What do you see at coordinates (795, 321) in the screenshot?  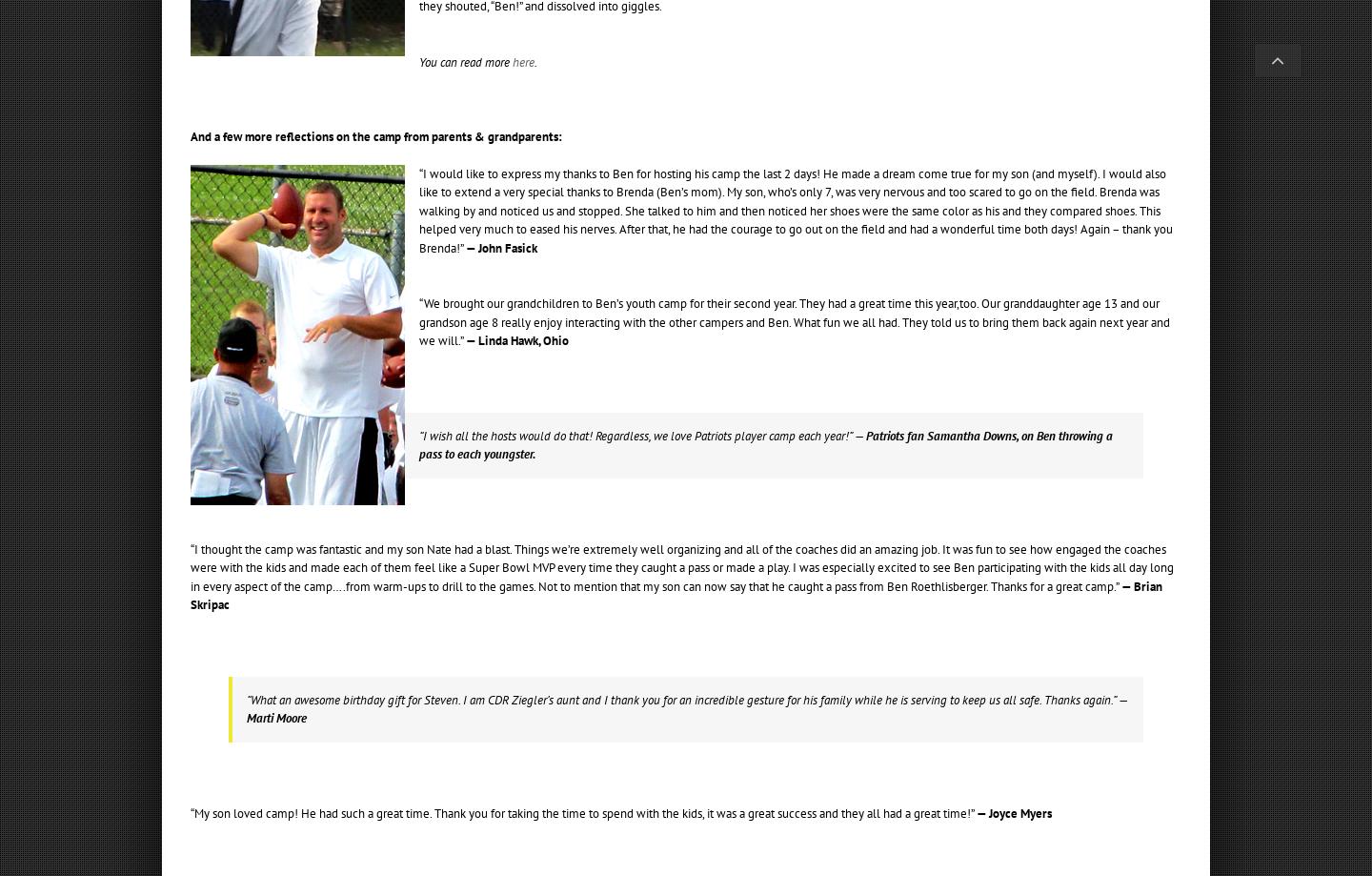 I see `'“We brought our grandchildren to Ben’s youth camp for their second year. They had a great time this year,too. Our granddaughter age 13 and our grandson age 8 really enjoy interacting with the other campers and Ben. What fun we all had. They told us to bring them back again next year and we will.”'` at bounding box center [795, 321].